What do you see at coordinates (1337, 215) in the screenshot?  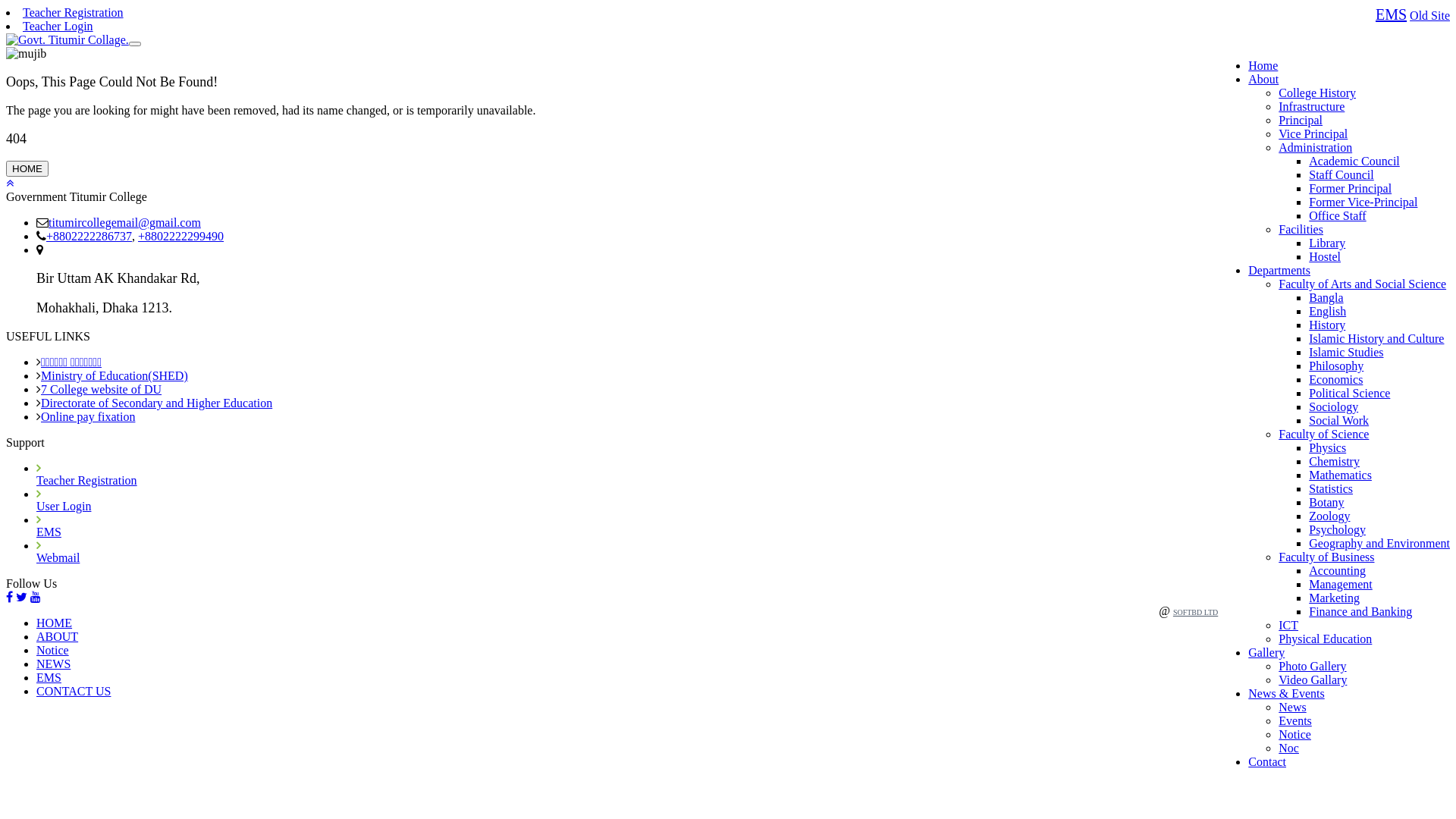 I see `'Office Staff'` at bounding box center [1337, 215].